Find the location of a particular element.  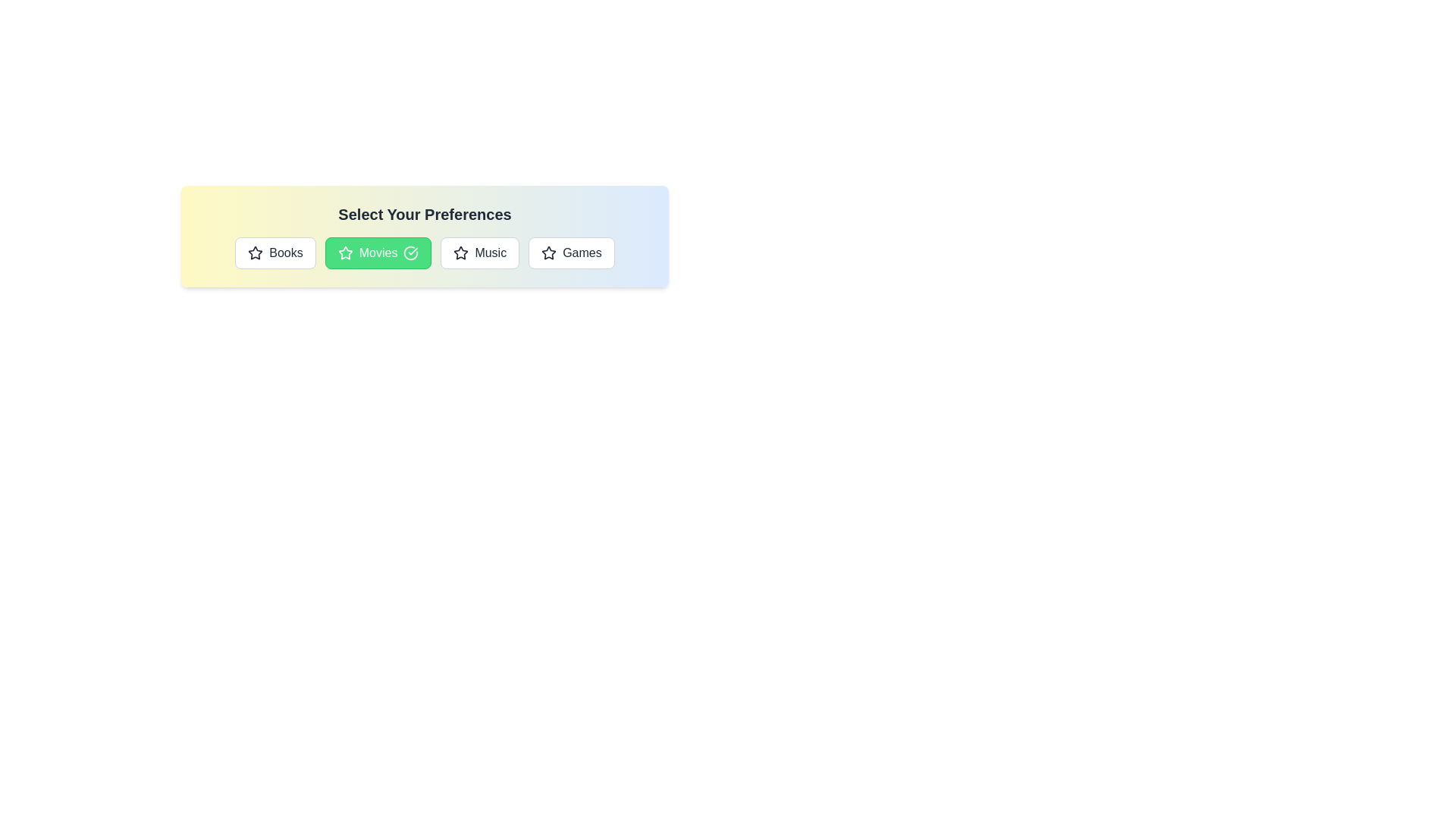

the category Music is located at coordinates (479, 253).